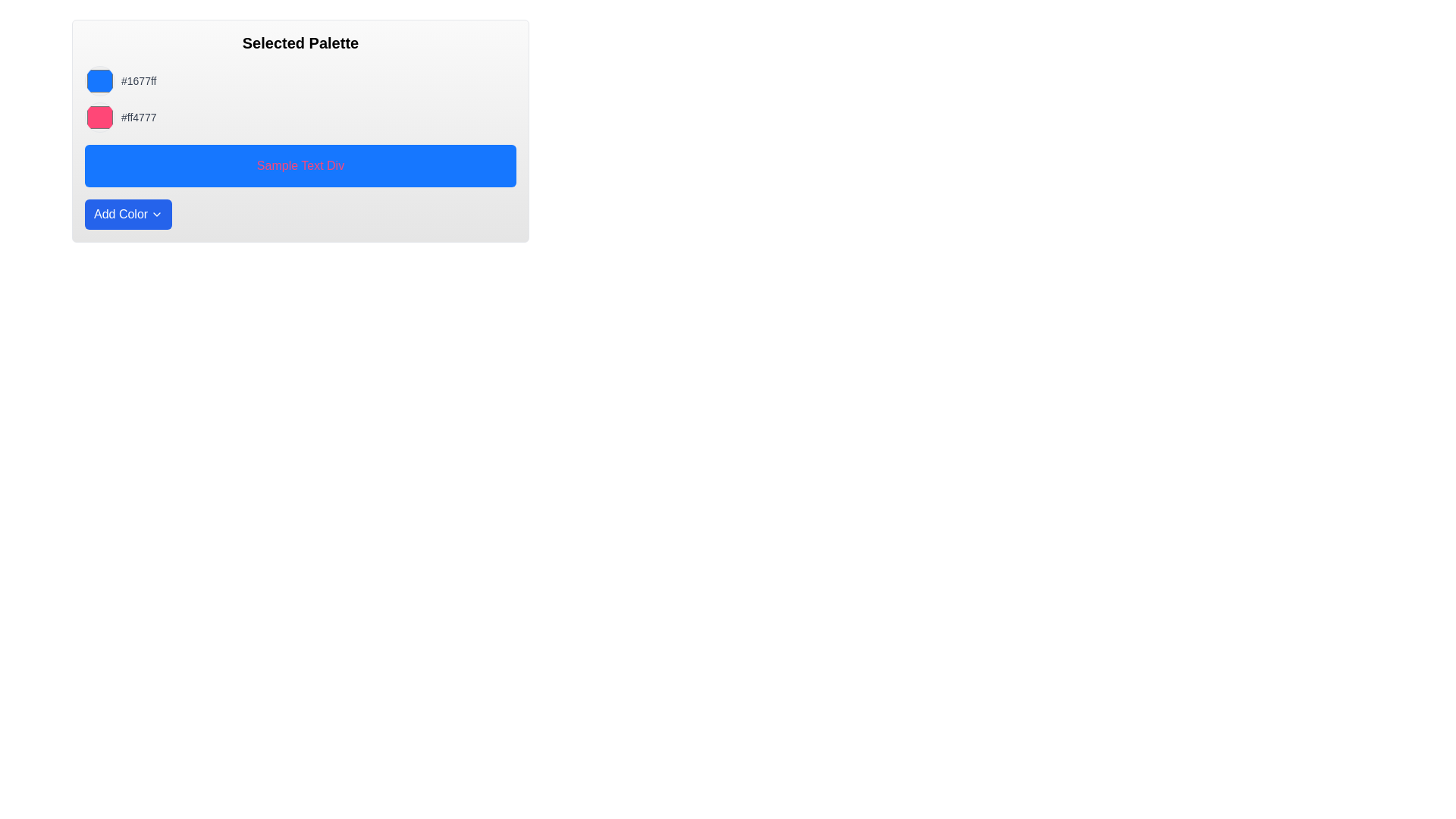 The height and width of the screenshot is (819, 1456). What do you see at coordinates (139, 81) in the screenshot?
I see `the Text Label that displays the color value corresponding to the blue circular swatch located to its left` at bounding box center [139, 81].